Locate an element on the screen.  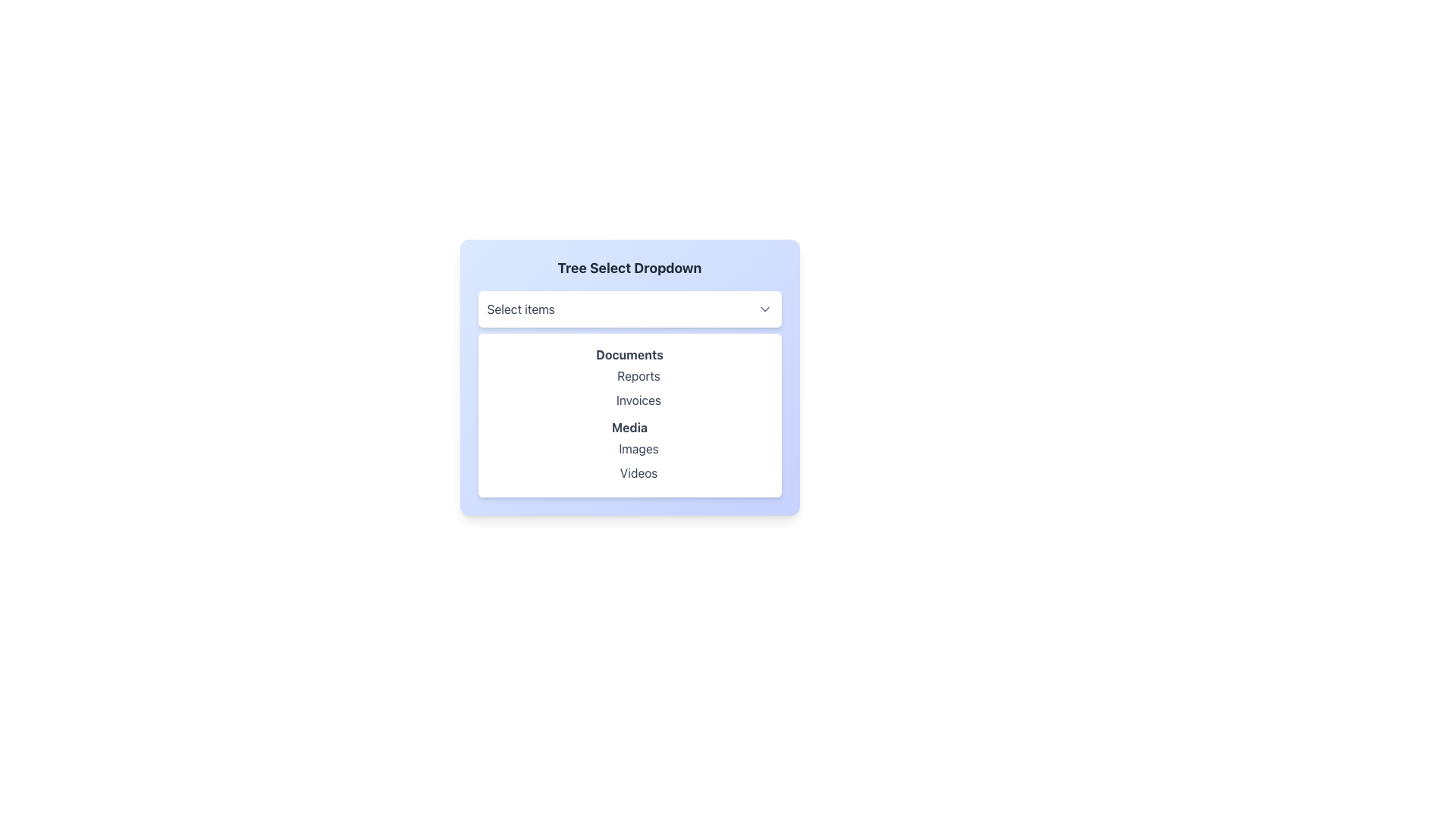
the 'Images' option in the Media dropdown list, styled in grayish font that turns indigo on hover is located at coordinates (635, 447).